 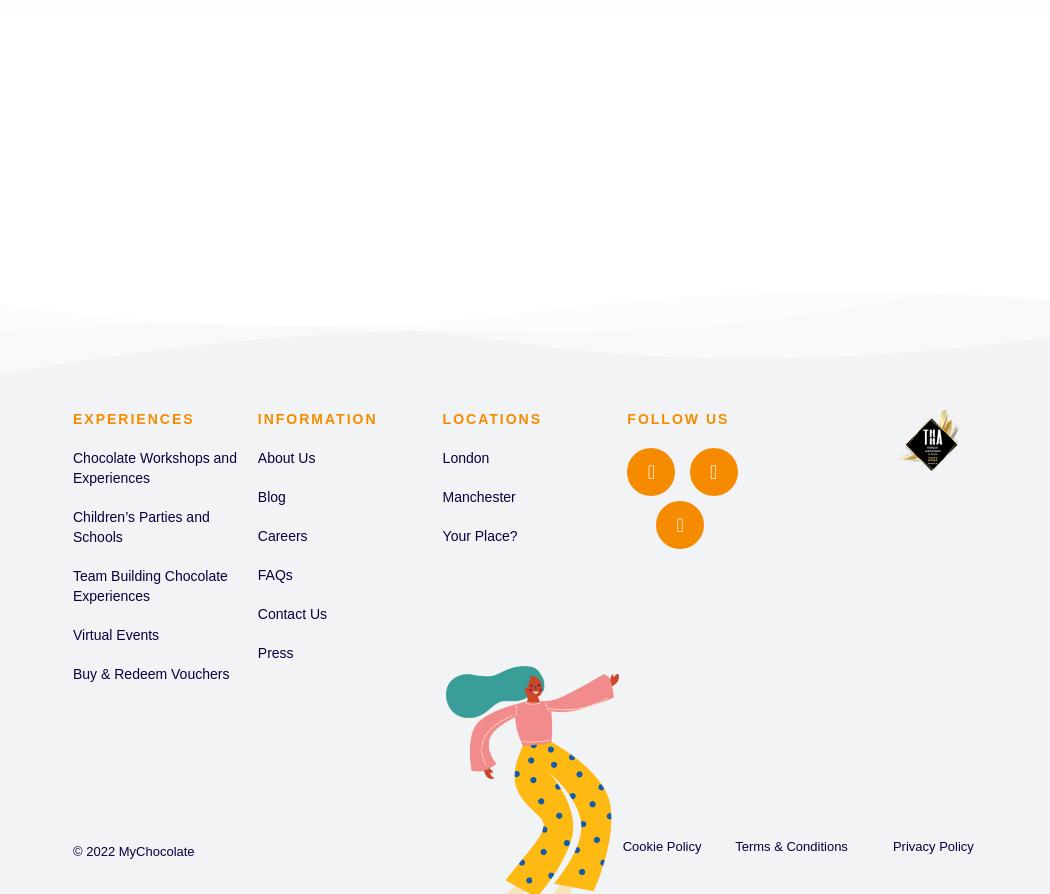 What do you see at coordinates (789, 844) in the screenshot?
I see `'Terms & Conditions'` at bounding box center [789, 844].